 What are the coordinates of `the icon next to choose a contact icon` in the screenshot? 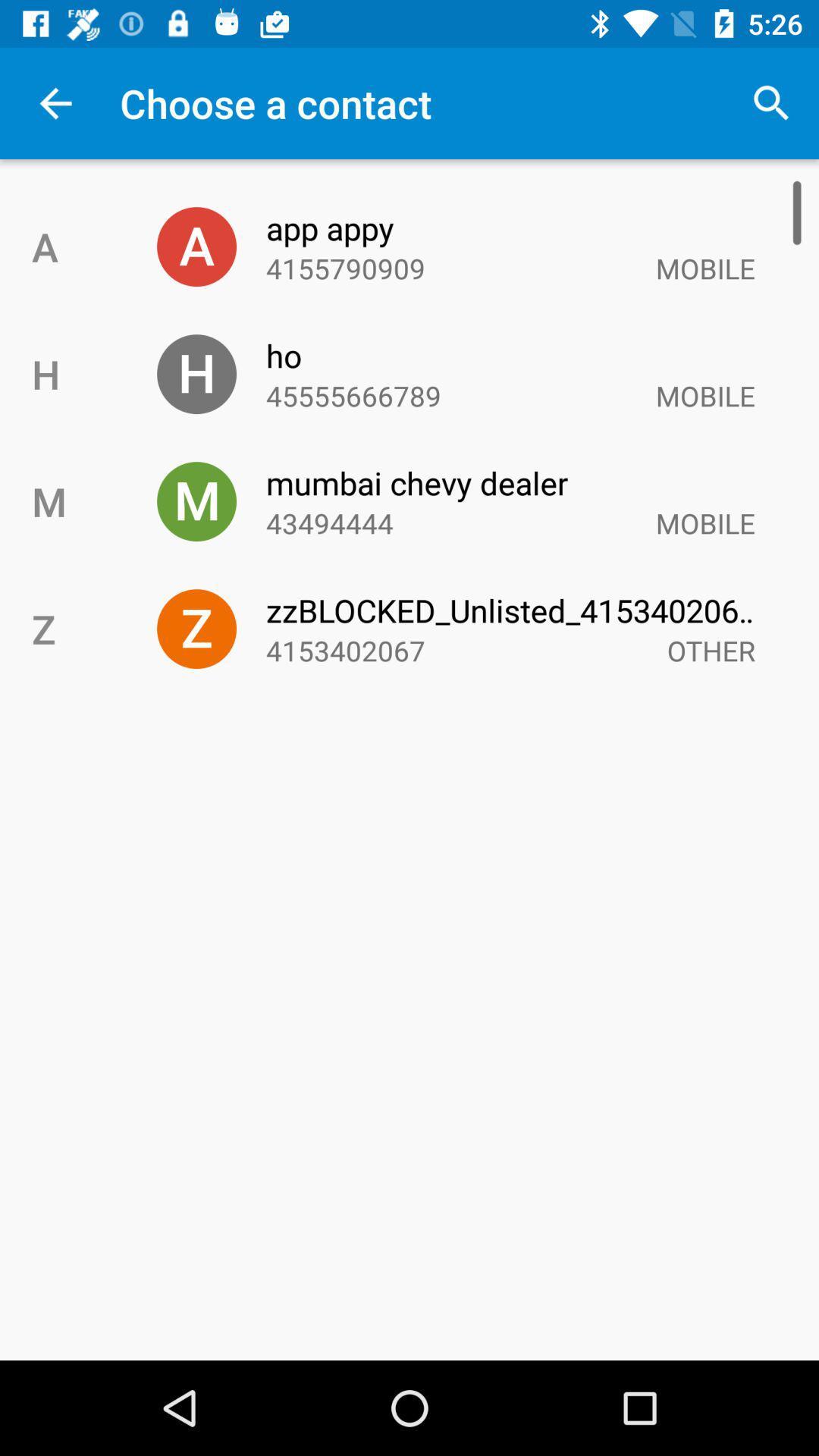 It's located at (771, 102).